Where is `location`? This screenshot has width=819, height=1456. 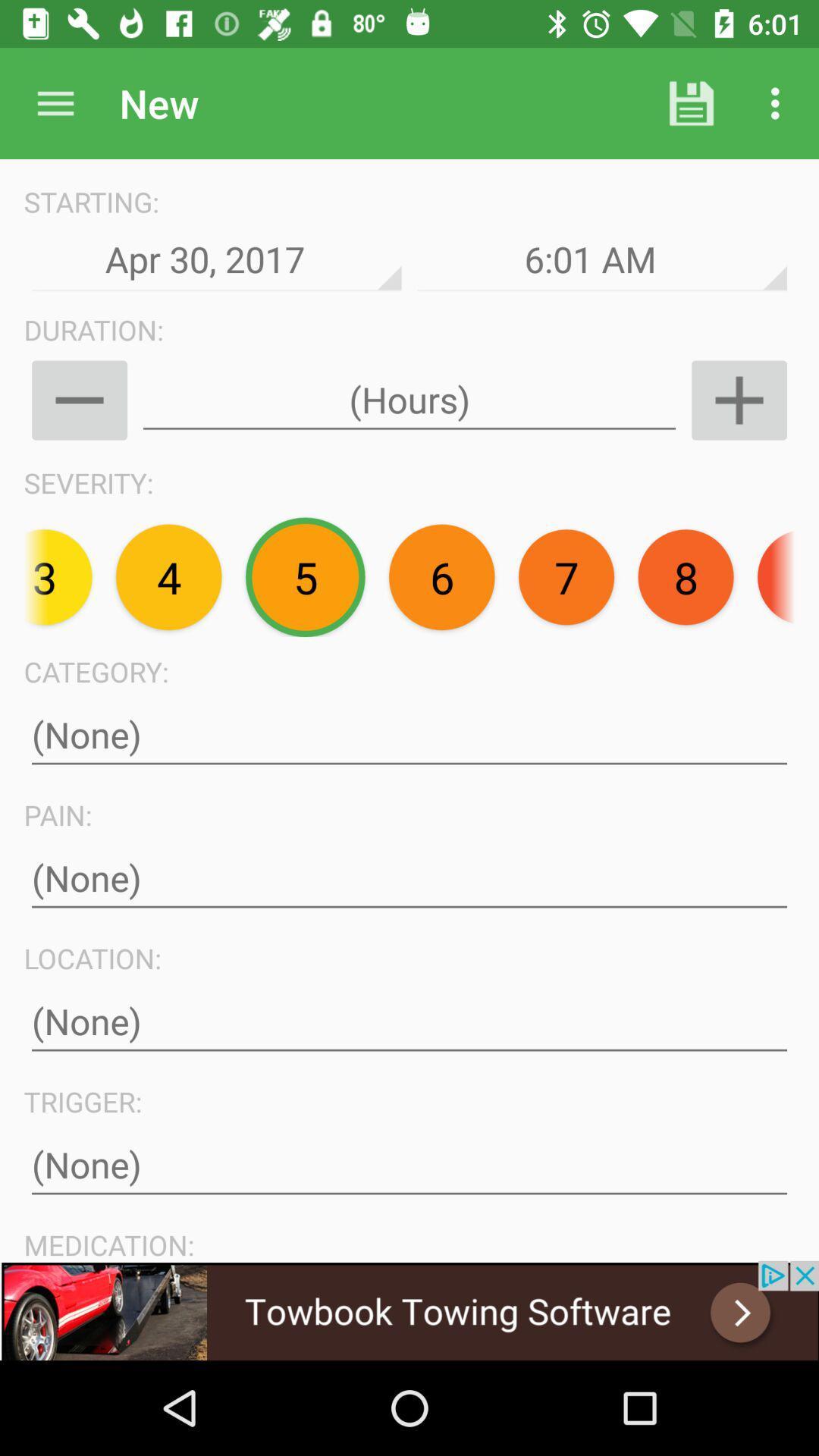
location is located at coordinates (409, 1021).